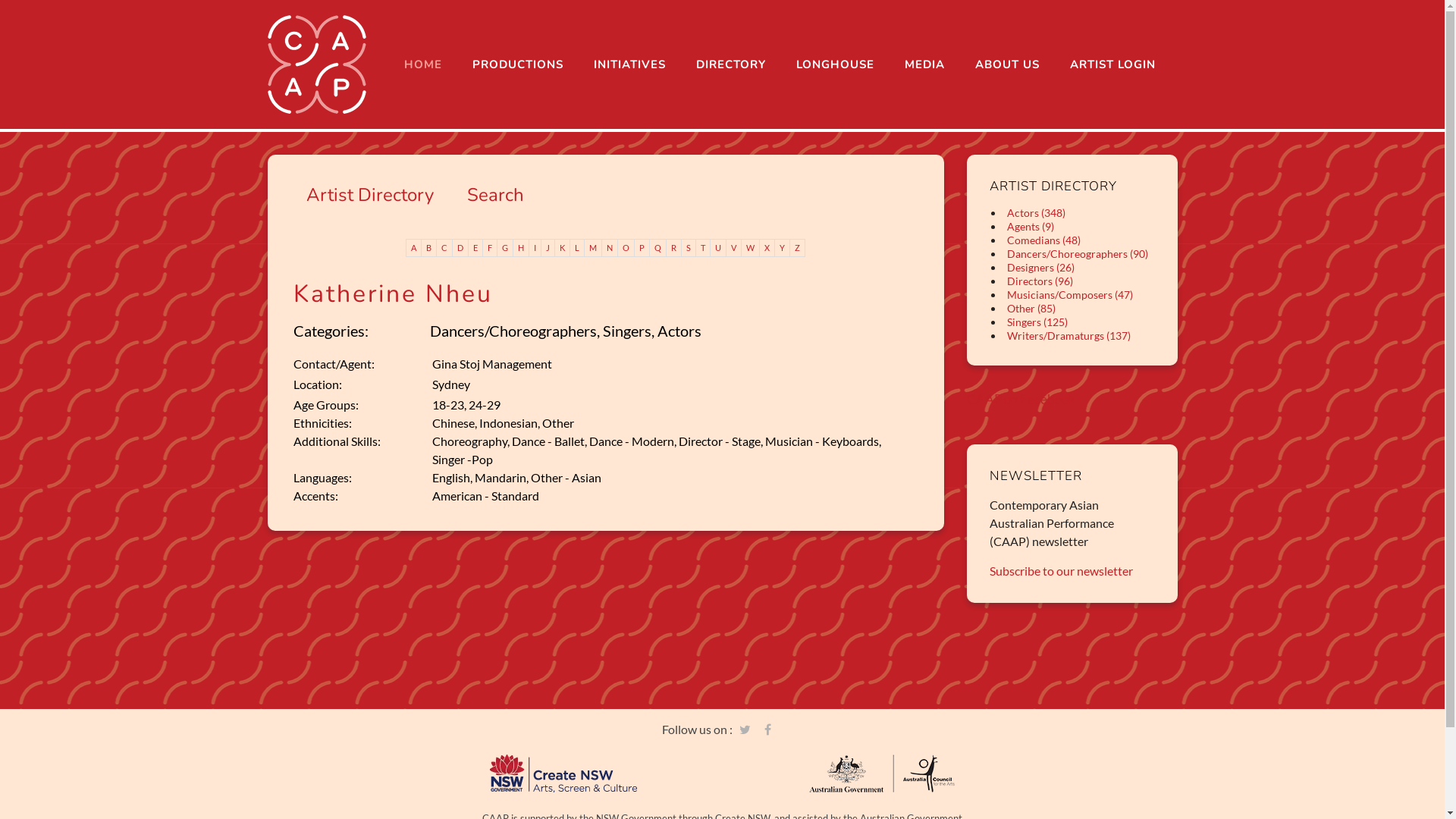 This screenshot has width=1456, height=819. What do you see at coordinates (388, 63) in the screenshot?
I see `'HOME'` at bounding box center [388, 63].